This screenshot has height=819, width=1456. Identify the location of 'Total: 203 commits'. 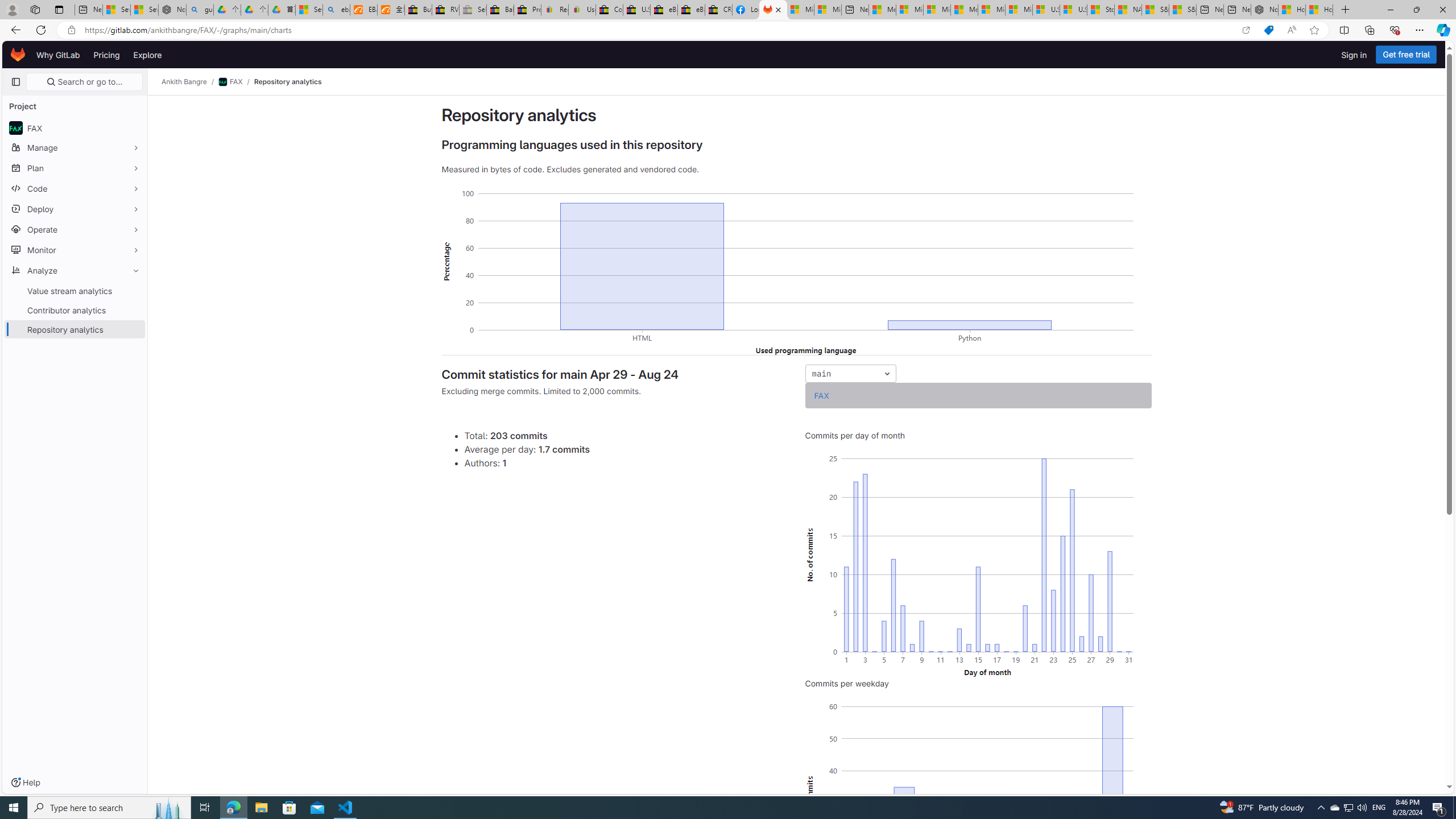
(626, 435).